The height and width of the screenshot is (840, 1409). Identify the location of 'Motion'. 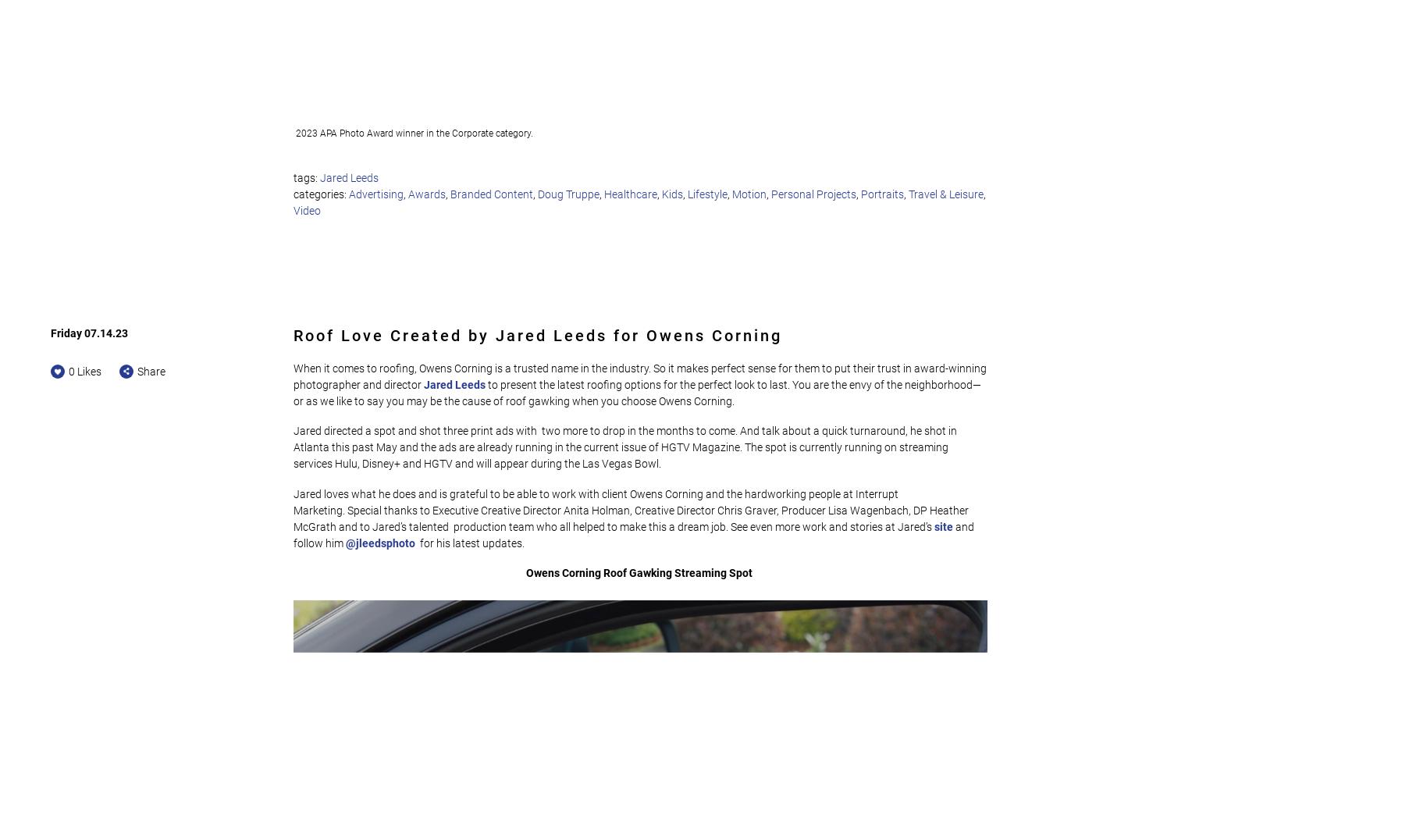
(732, 194).